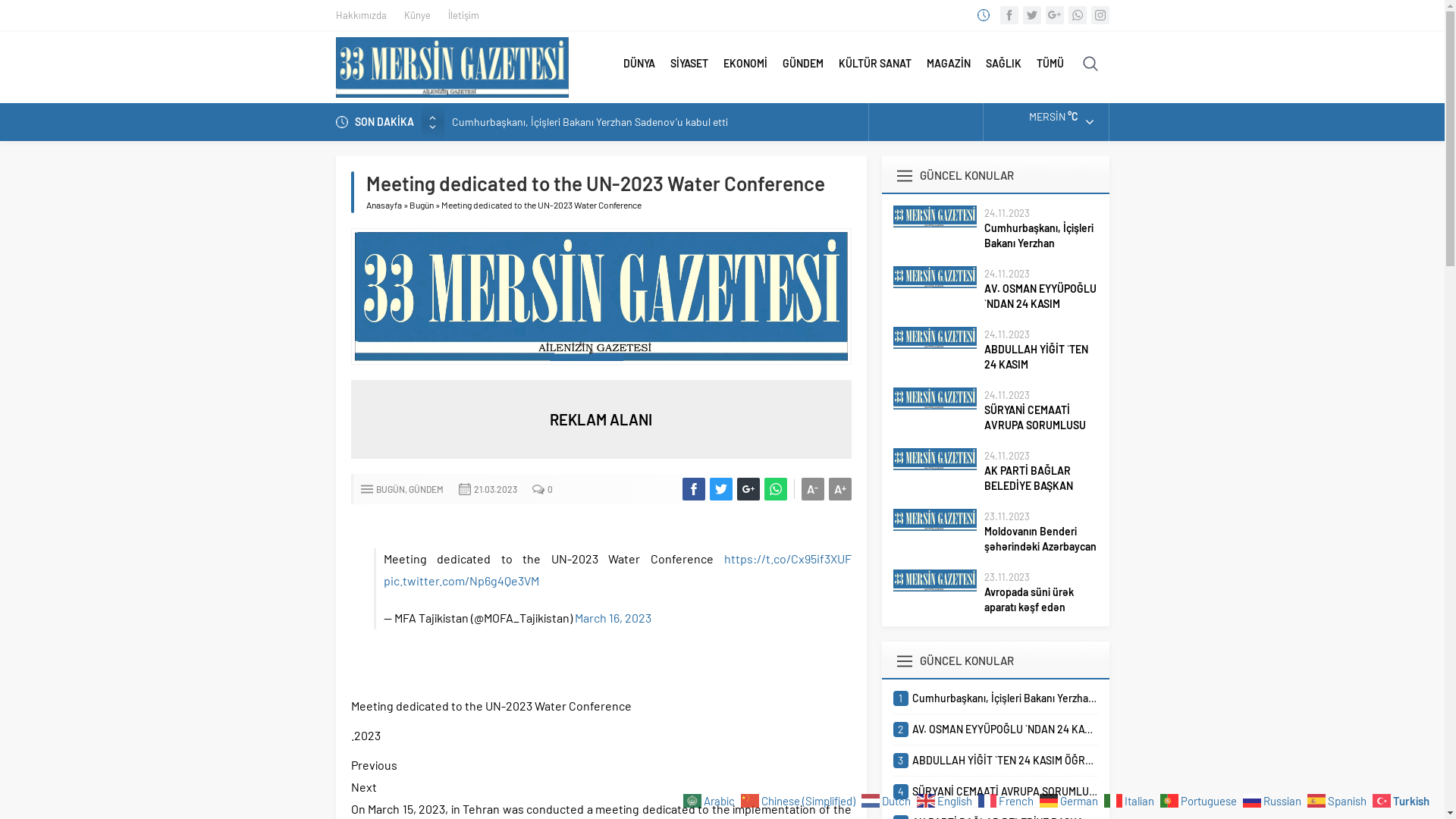 The image size is (1456, 819). What do you see at coordinates (1053, 14) in the screenshot?
I see `'Google'` at bounding box center [1053, 14].